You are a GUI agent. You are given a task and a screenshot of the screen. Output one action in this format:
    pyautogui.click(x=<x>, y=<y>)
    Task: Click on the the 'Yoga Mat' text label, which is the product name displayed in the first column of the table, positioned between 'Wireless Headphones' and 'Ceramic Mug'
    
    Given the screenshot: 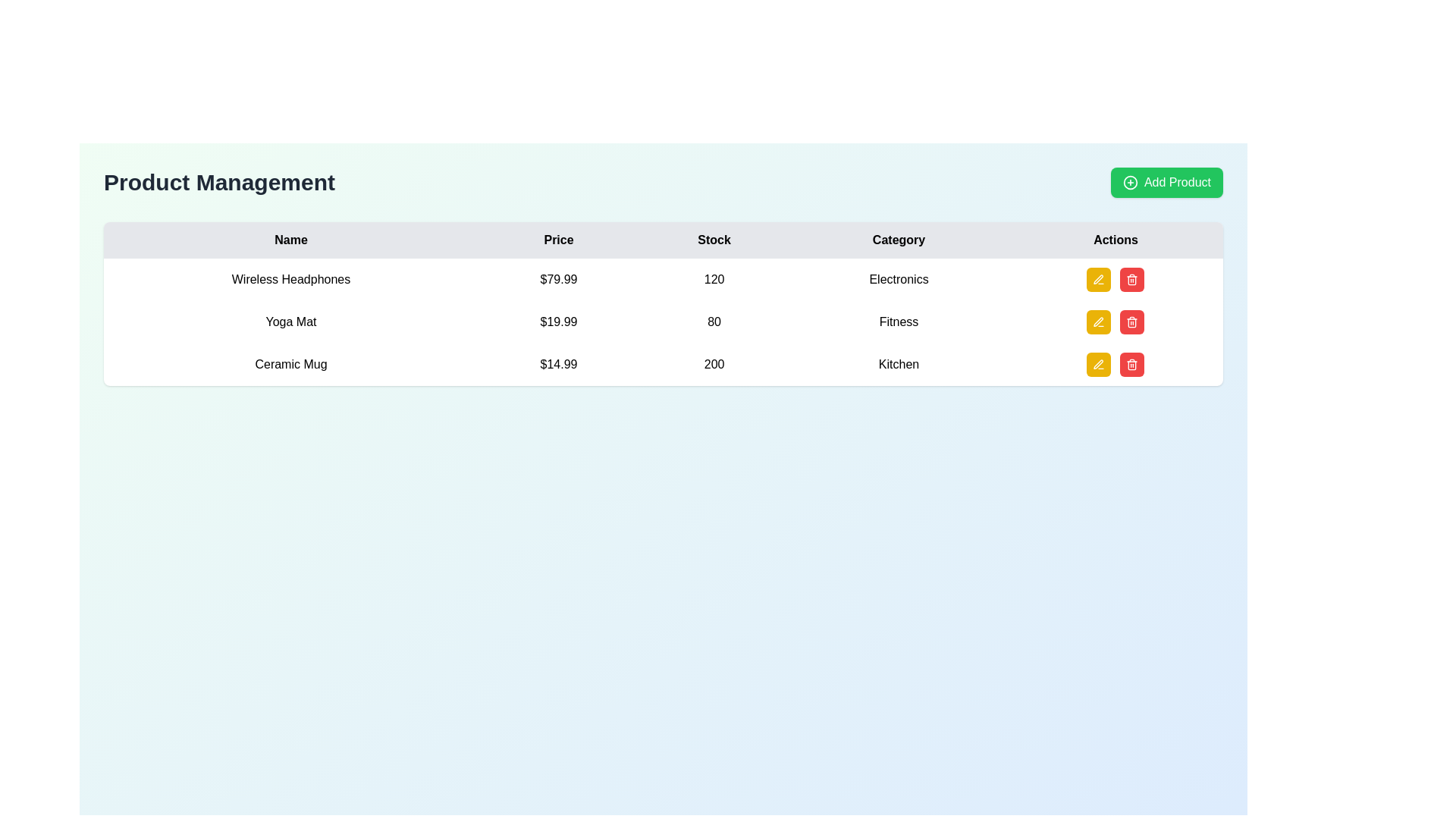 What is the action you would take?
    pyautogui.click(x=291, y=321)
    